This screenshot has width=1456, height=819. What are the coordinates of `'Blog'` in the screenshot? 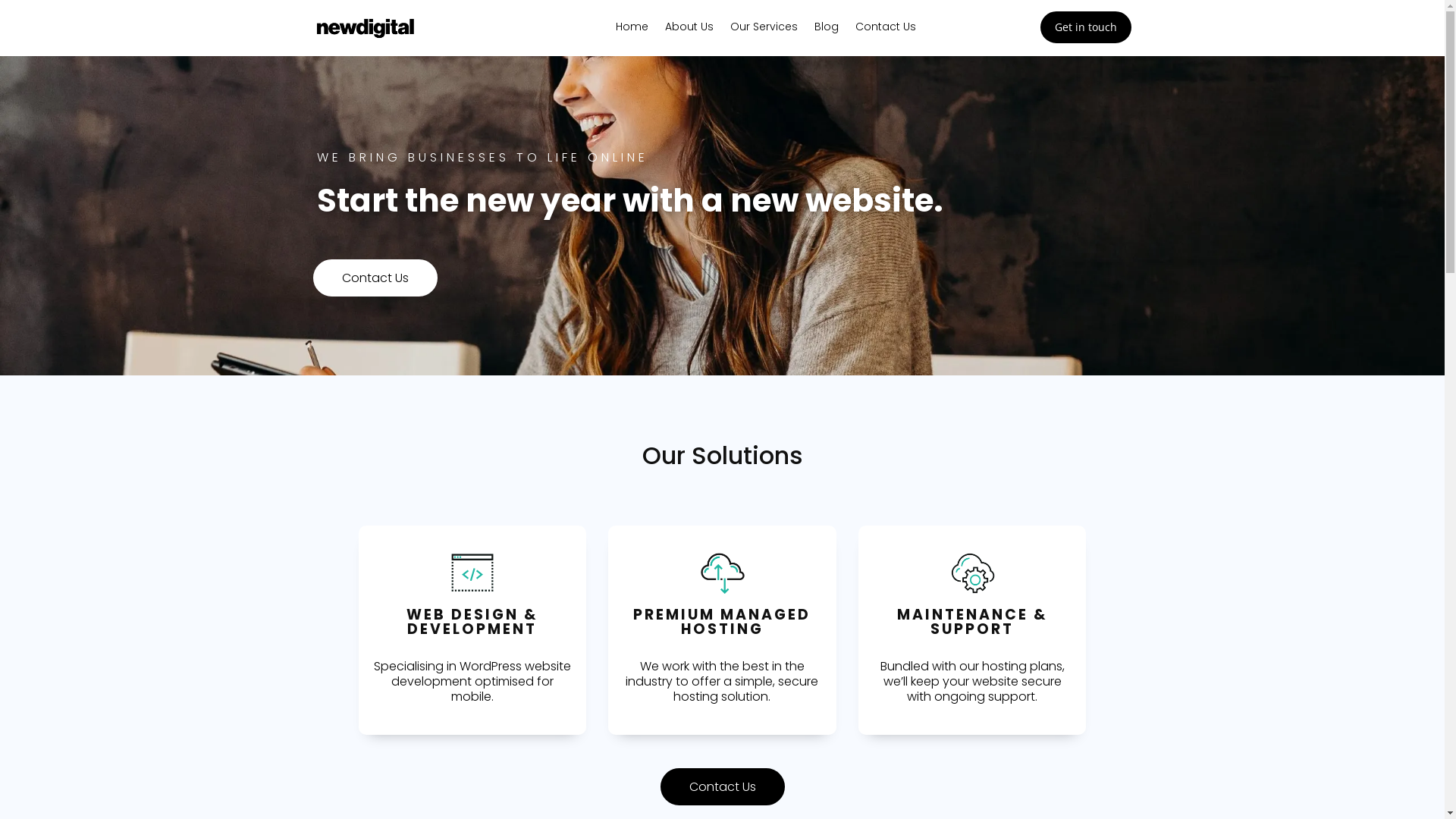 It's located at (825, 29).